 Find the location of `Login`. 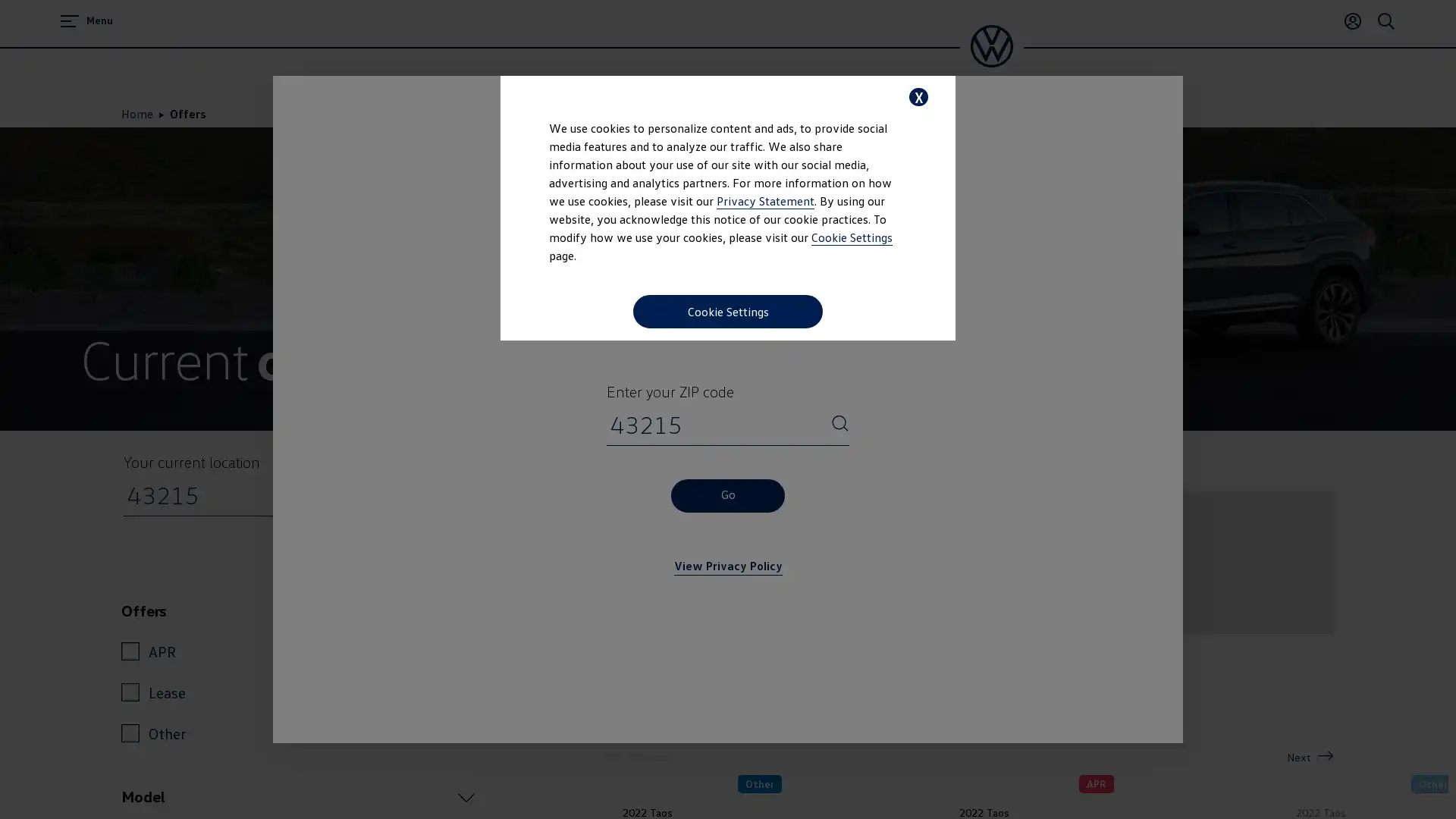

Login is located at coordinates (1353, 20).